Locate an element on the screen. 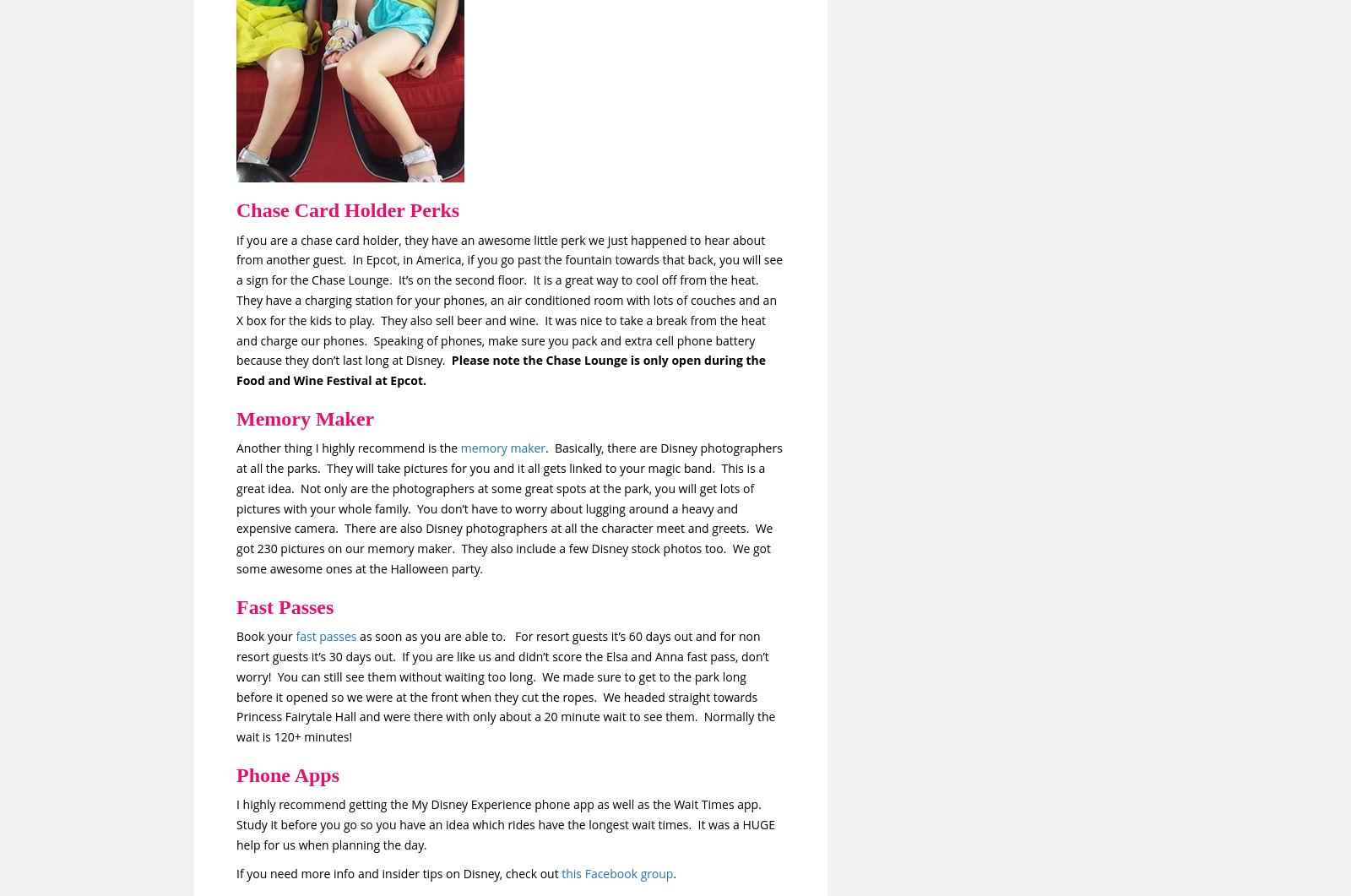 This screenshot has height=896, width=1351. 'Another thing I highly recommend is the' is located at coordinates (347, 448).